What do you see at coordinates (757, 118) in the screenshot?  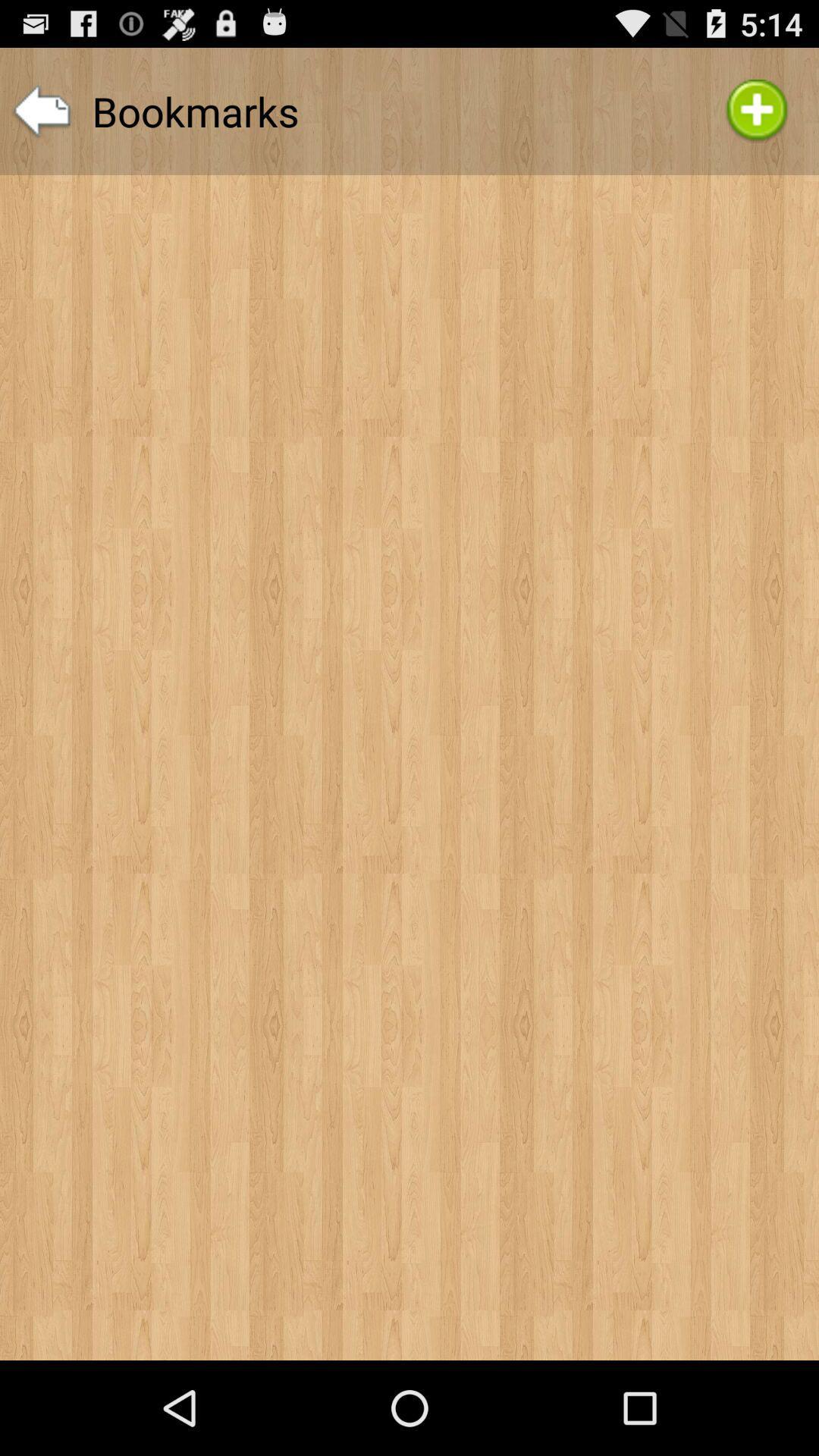 I see `the add icon` at bounding box center [757, 118].